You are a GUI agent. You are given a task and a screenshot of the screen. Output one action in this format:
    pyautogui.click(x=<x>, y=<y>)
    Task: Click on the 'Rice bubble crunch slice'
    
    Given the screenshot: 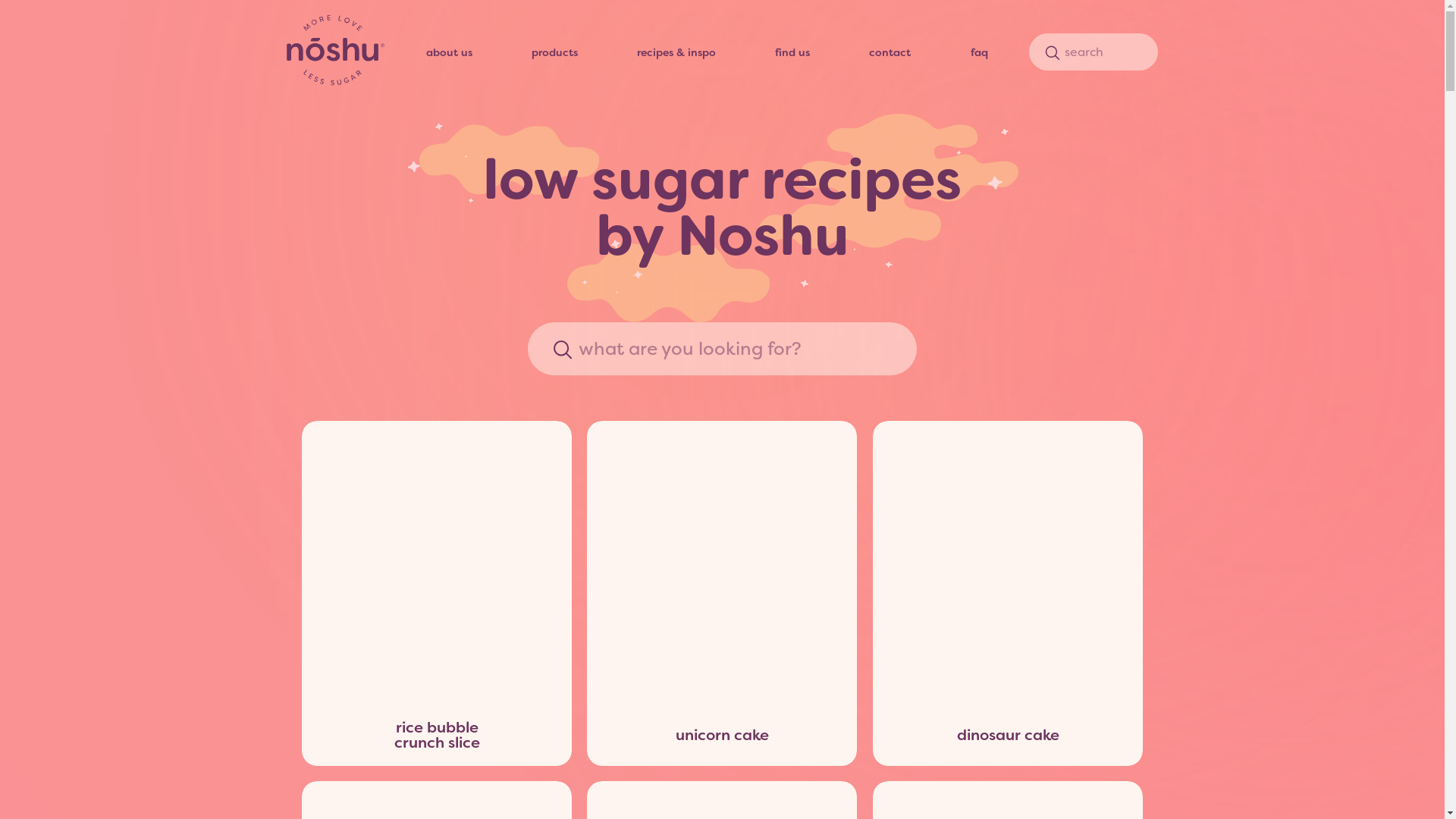 What is the action you would take?
    pyautogui.click(x=436, y=562)
    